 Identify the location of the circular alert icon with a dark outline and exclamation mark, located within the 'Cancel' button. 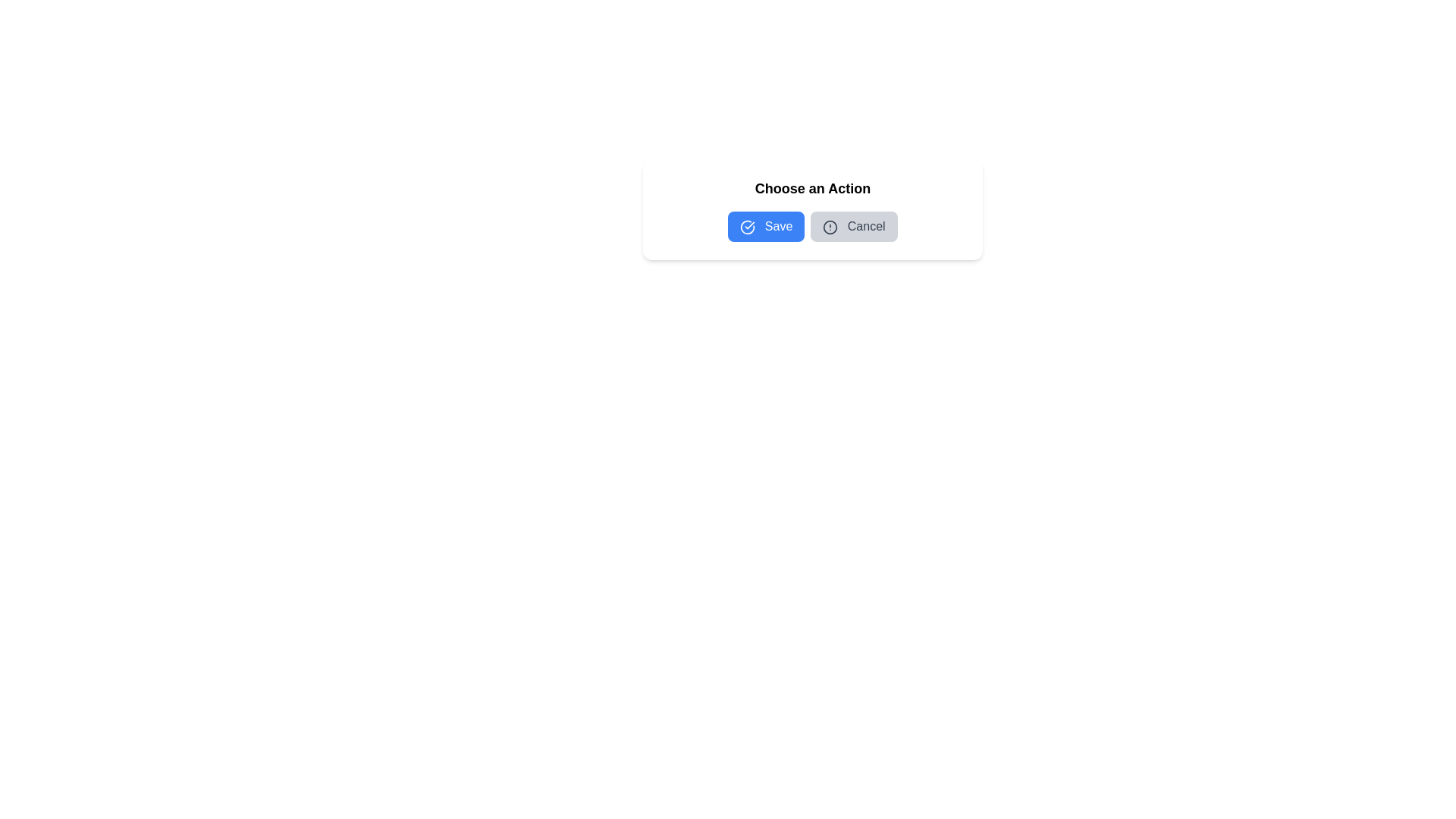
(830, 227).